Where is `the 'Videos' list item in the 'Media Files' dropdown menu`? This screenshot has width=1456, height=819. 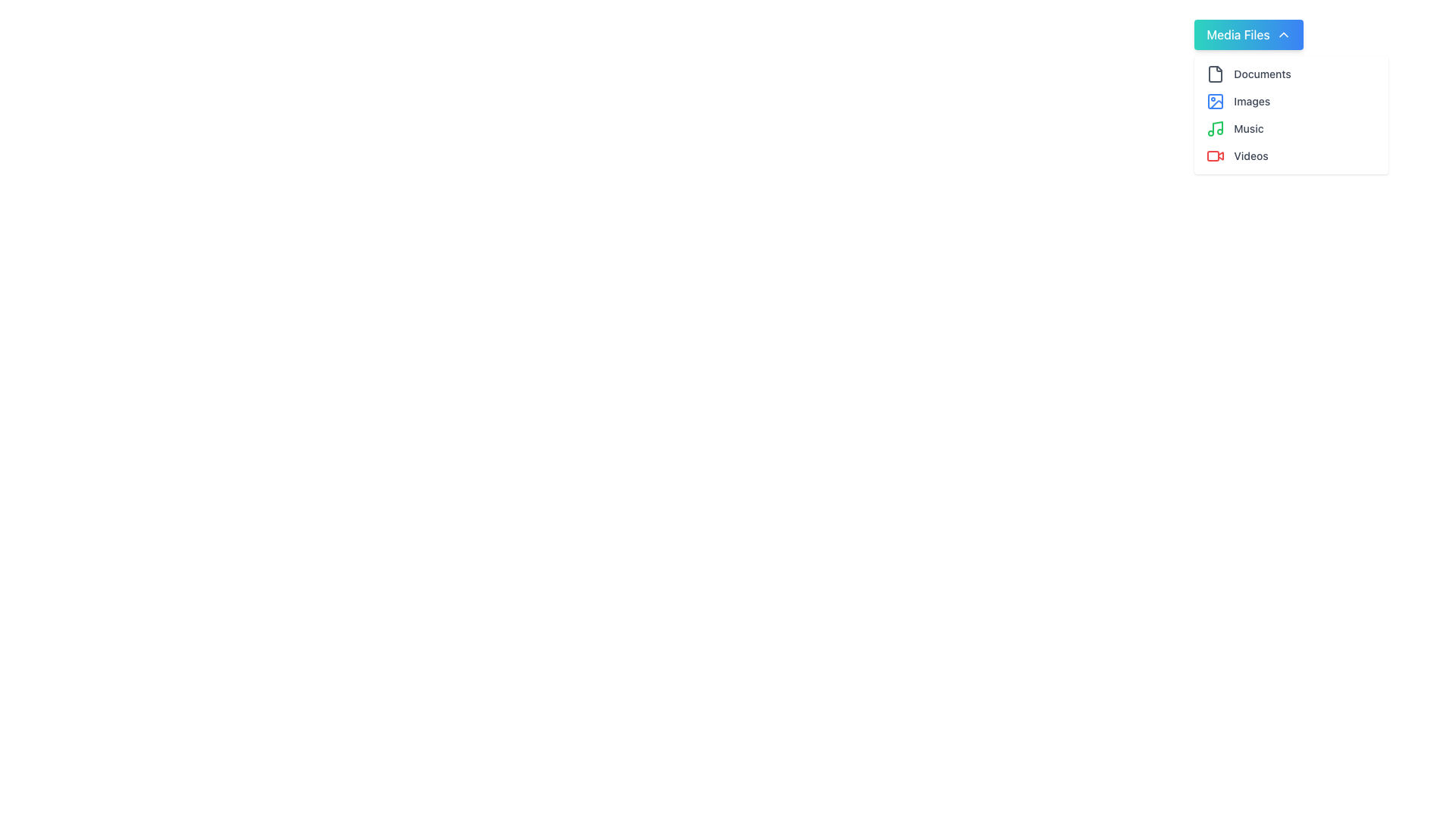
the 'Videos' list item in the 'Media Files' dropdown menu is located at coordinates (1291, 155).